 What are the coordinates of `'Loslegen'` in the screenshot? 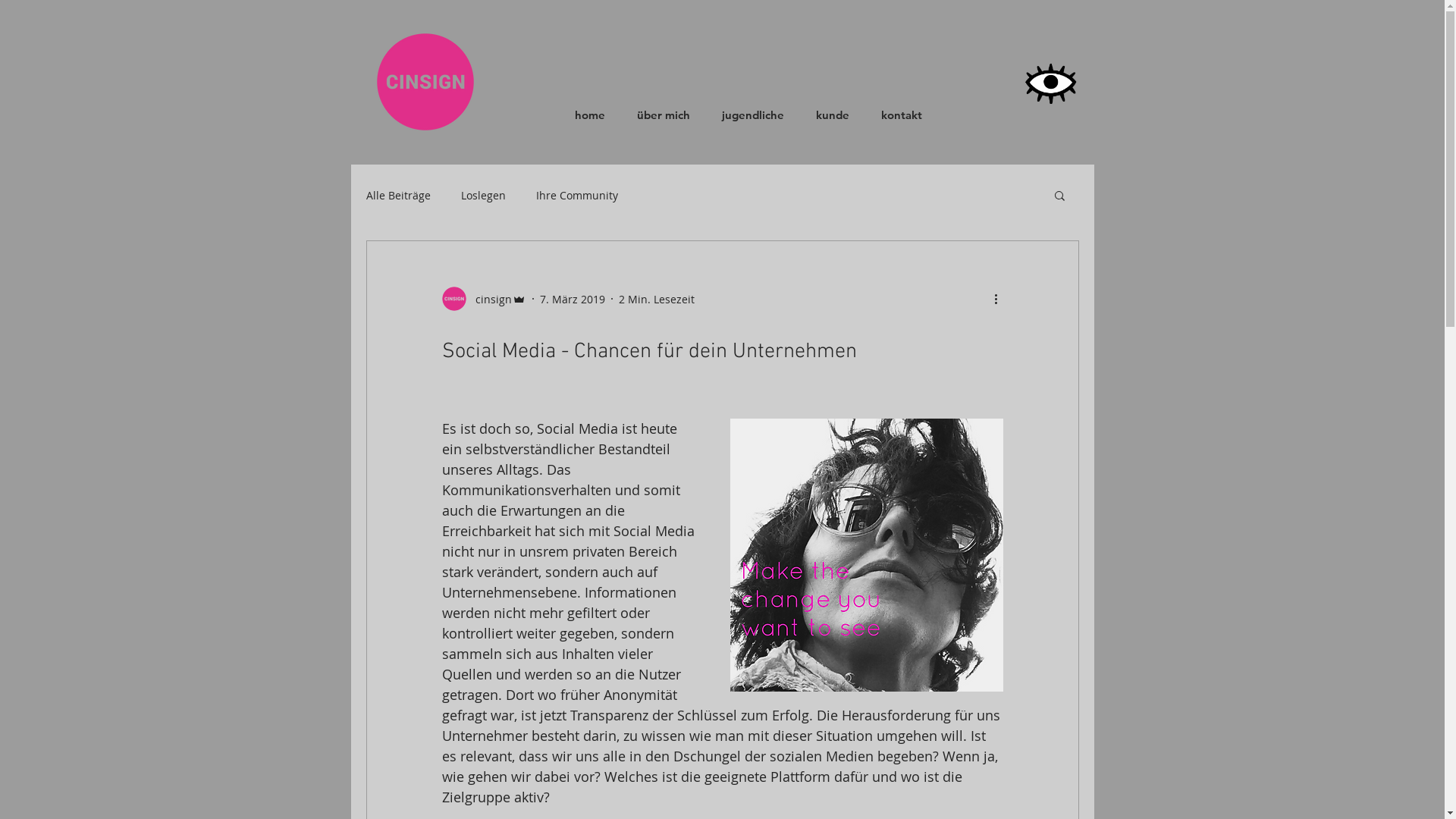 It's located at (482, 194).